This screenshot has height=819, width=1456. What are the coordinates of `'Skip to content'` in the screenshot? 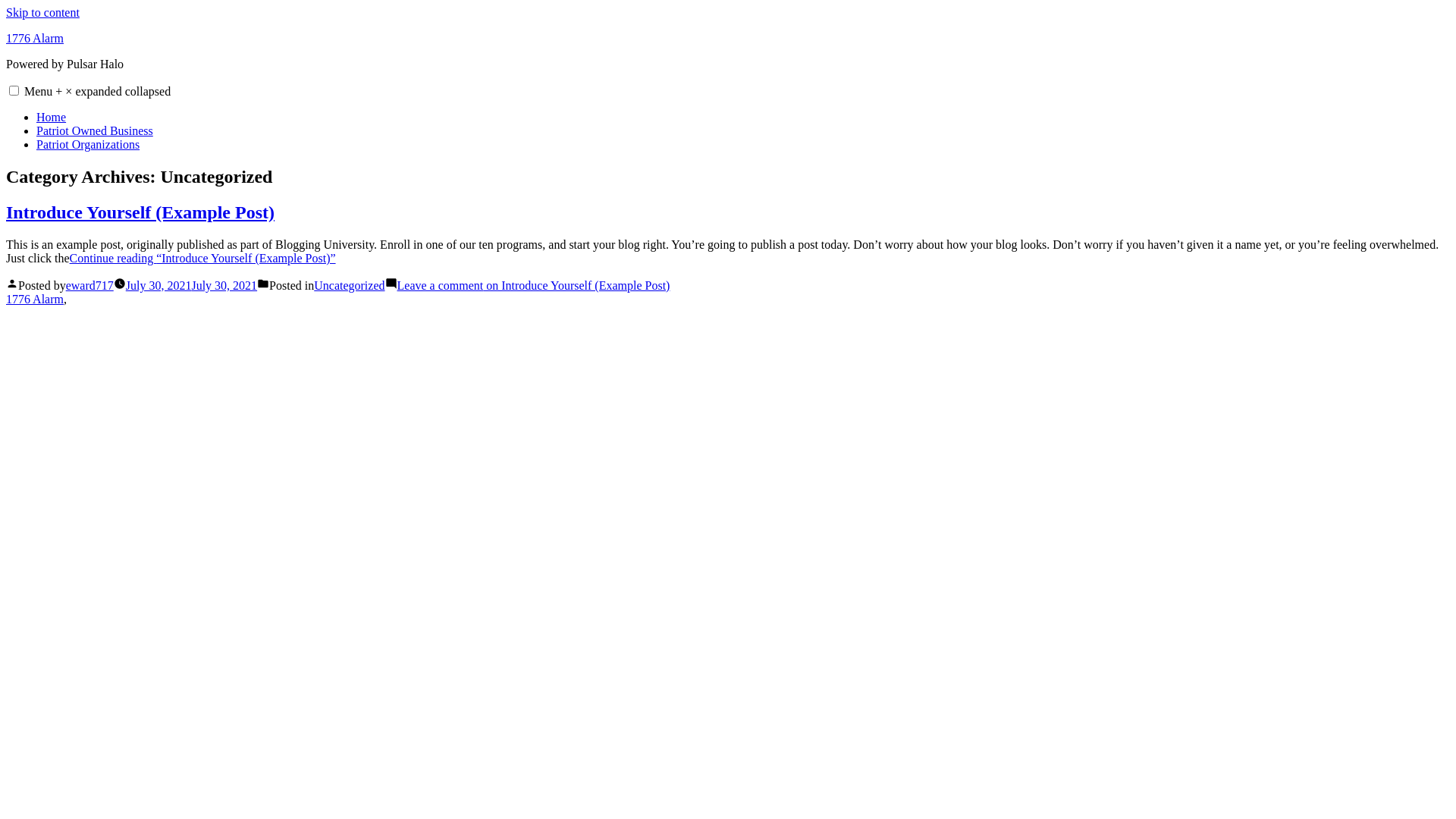 It's located at (42, 12).